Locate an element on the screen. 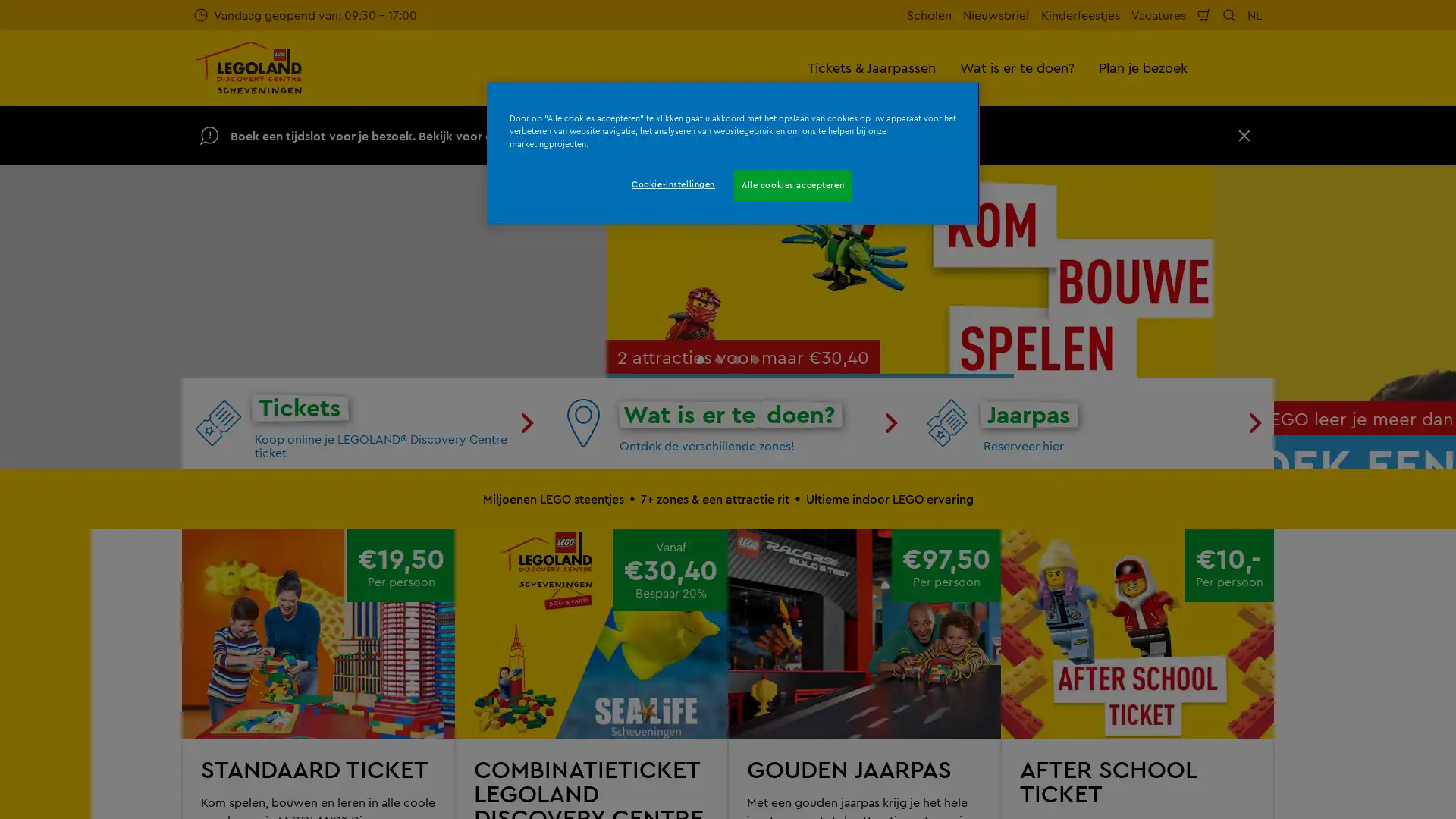  NL Talen is located at coordinates (1254, 14).